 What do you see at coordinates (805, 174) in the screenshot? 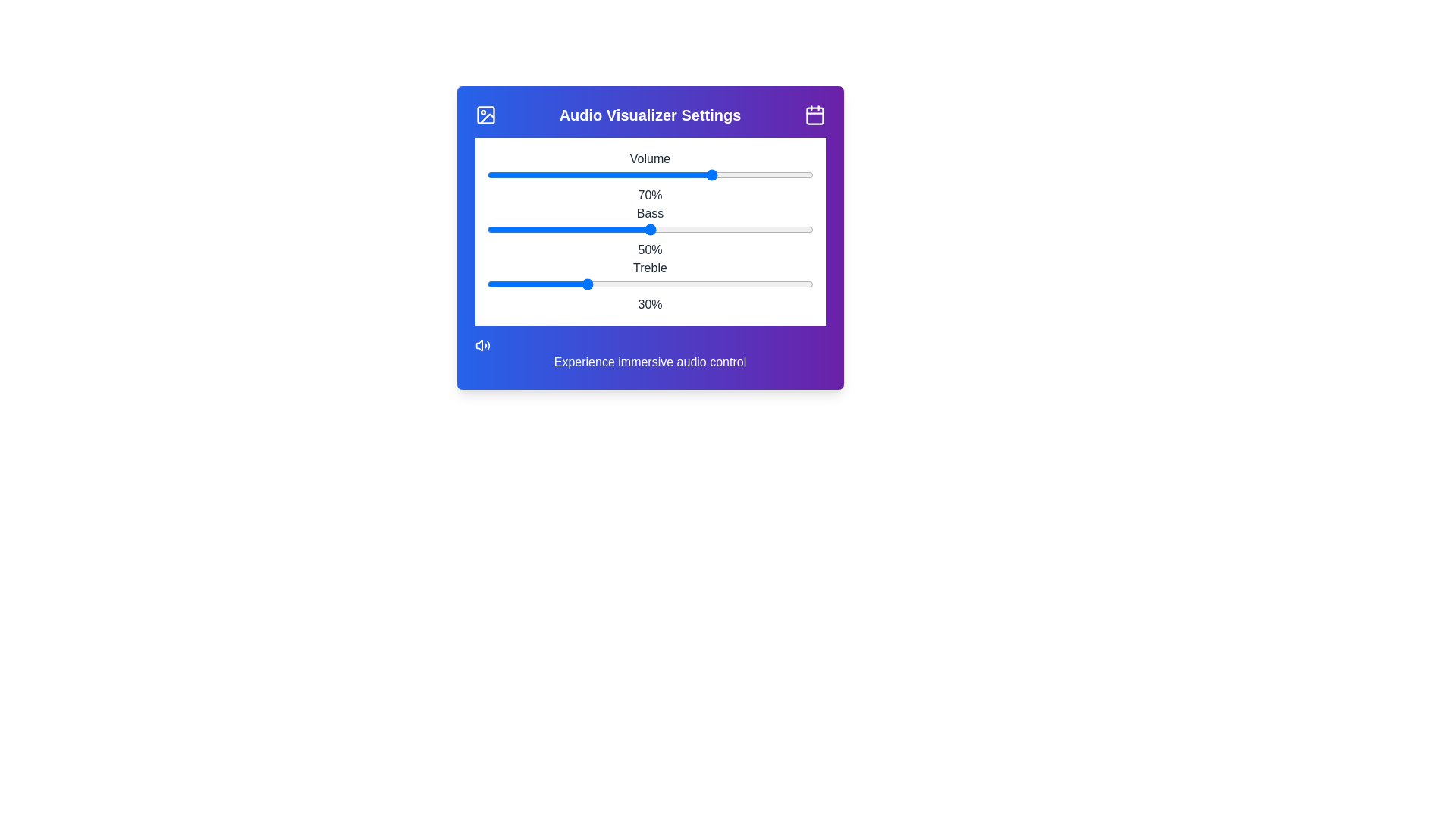
I see `the volume slider to set the volume to 98%` at bounding box center [805, 174].